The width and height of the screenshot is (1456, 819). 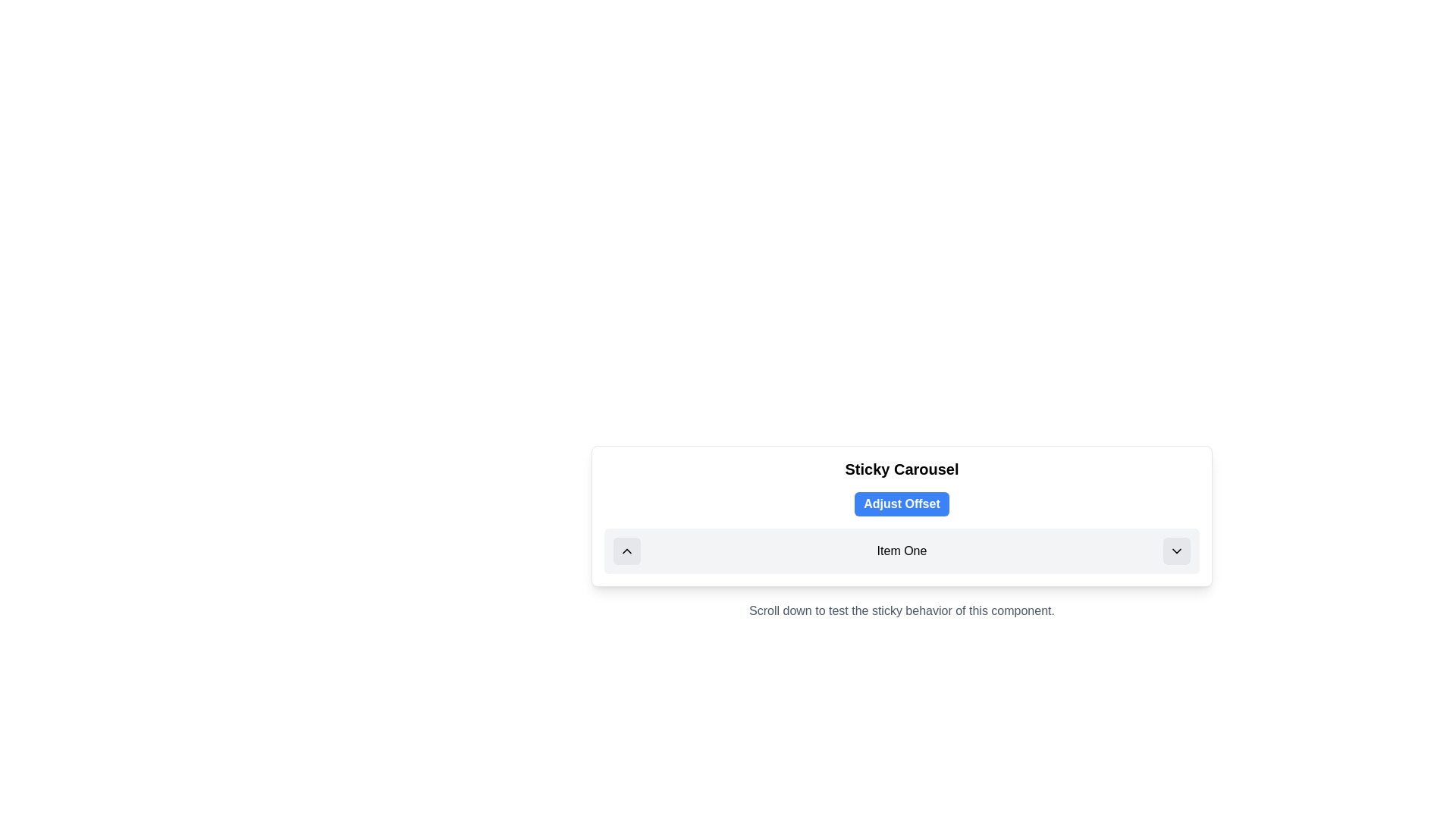 What do you see at coordinates (626, 551) in the screenshot?
I see `the button that features an upward-facing chevron icon, located on the left side of the row displaying 'Item One'` at bounding box center [626, 551].